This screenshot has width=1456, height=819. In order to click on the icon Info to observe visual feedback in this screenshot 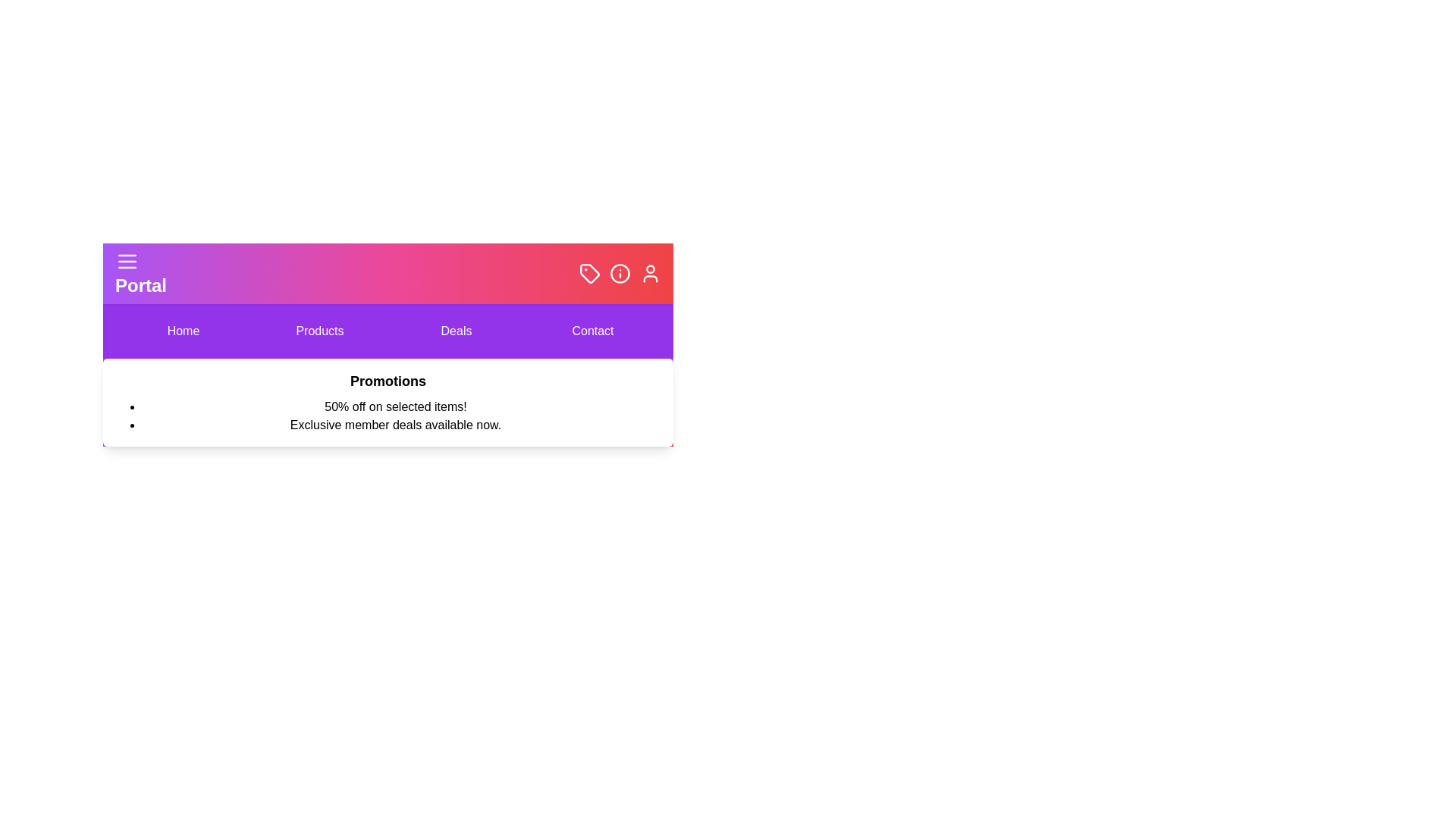, I will do `click(620, 274)`.